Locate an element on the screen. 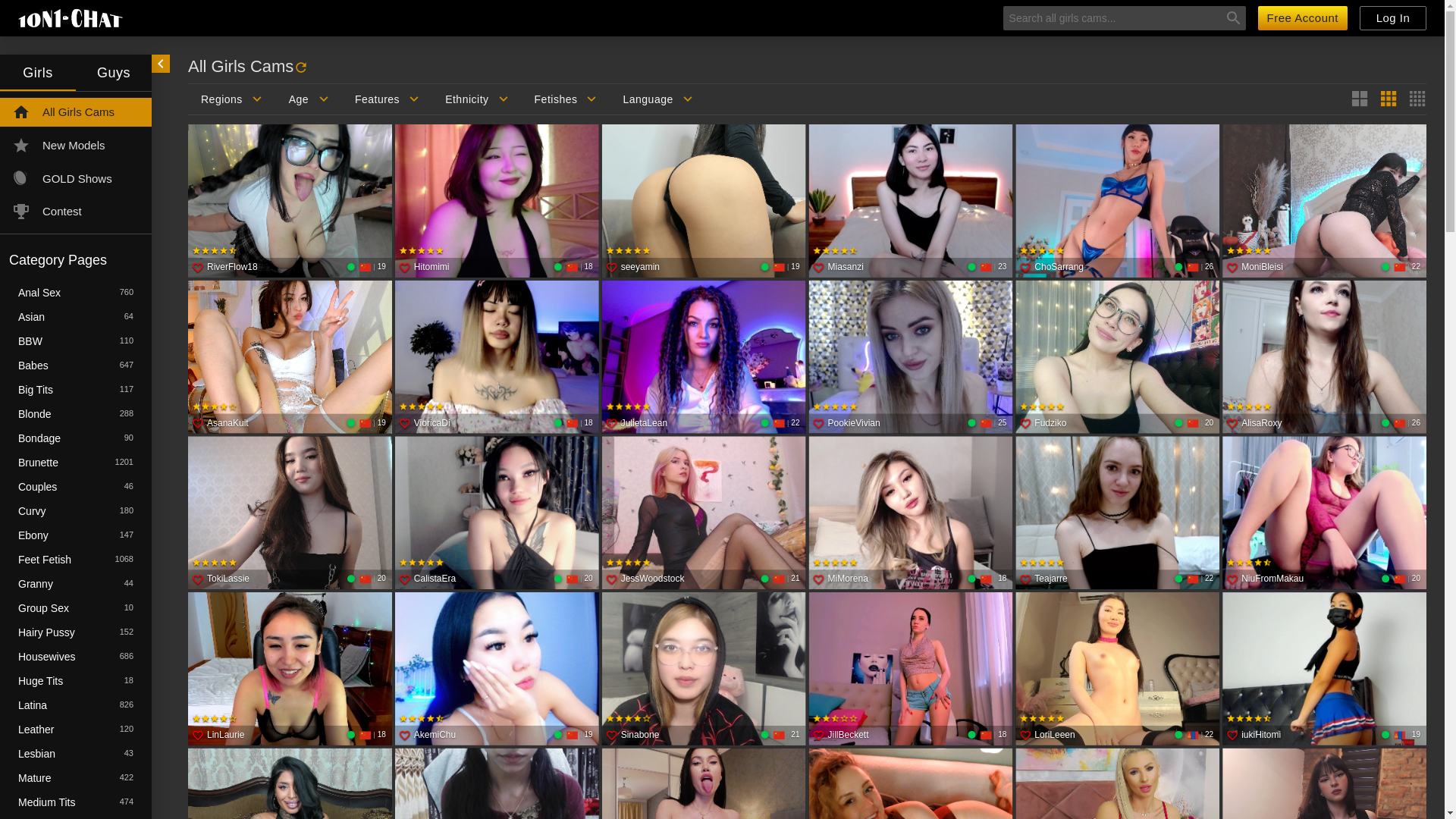 The height and width of the screenshot is (819, 1456). 'Fetishes' is located at coordinates (565, 99).